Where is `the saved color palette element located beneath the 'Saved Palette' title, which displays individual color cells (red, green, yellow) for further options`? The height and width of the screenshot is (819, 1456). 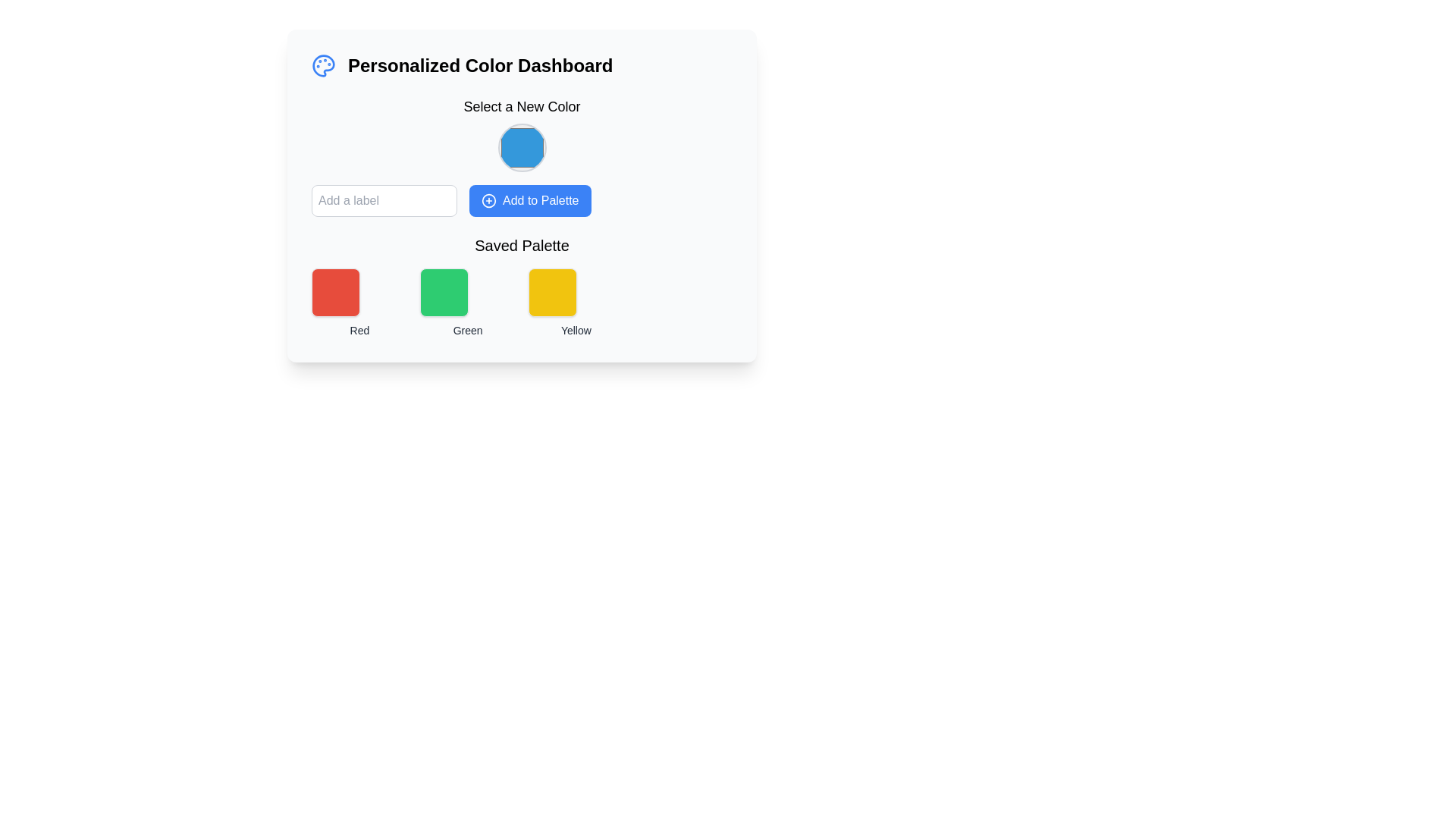
the saved color palette element located beneath the 'Saved Palette' title, which displays individual color cells (red, green, yellow) for further options is located at coordinates (522, 303).